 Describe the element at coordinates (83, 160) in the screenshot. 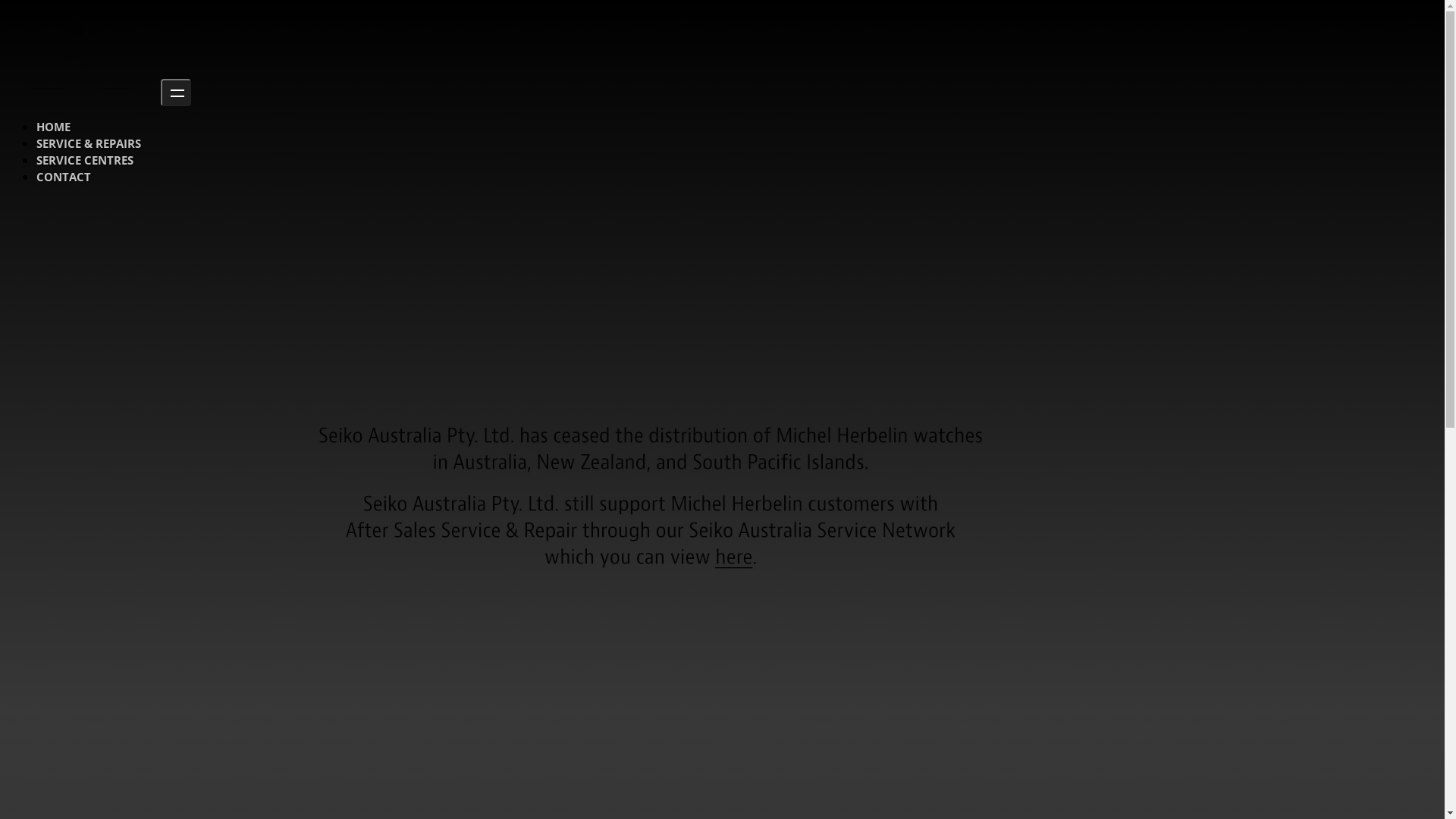

I see `'SERVICE CENTRES'` at that location.